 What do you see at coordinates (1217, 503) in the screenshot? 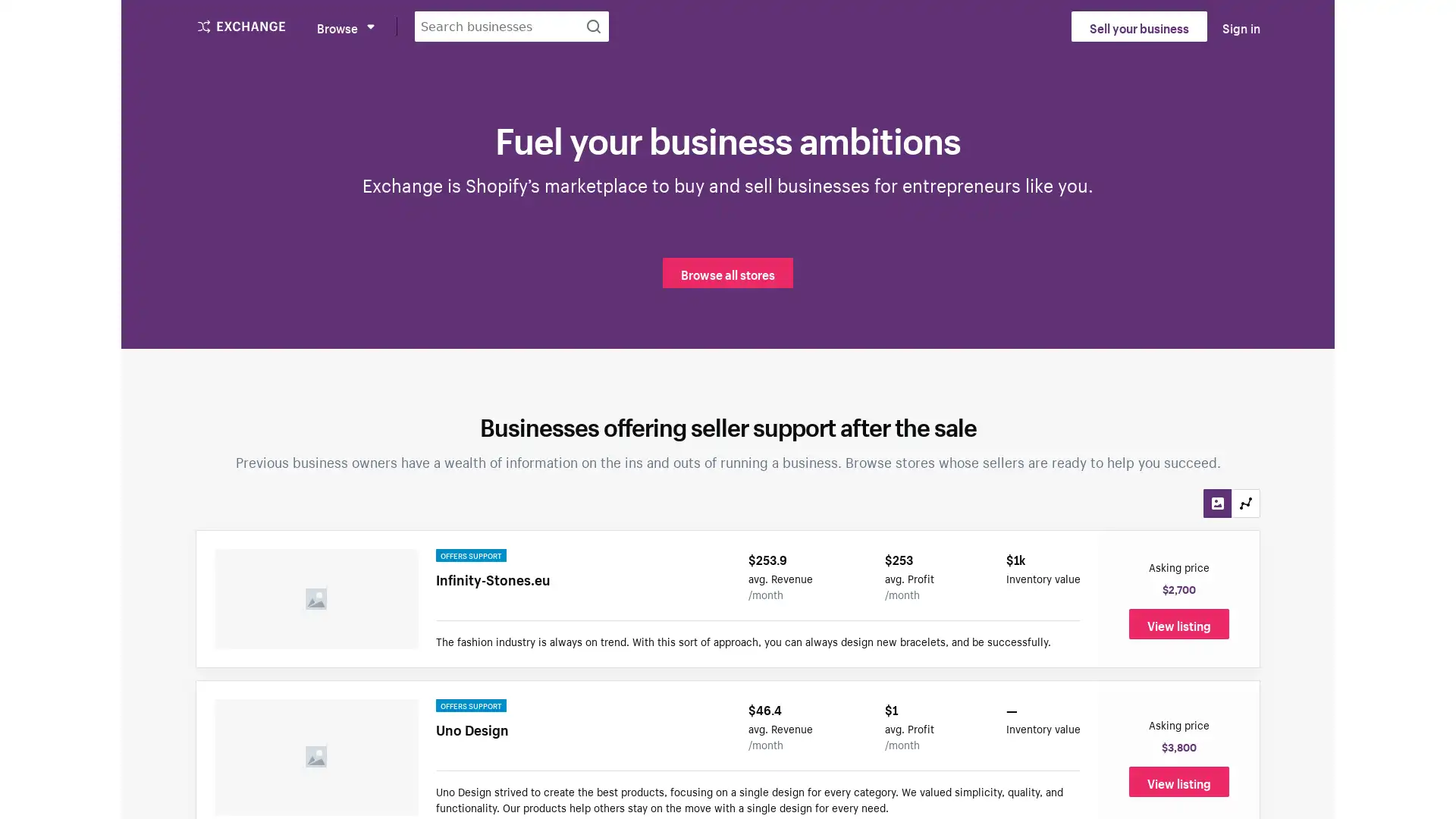
I see `toggle listing image` at bounding box center [1217, 503].